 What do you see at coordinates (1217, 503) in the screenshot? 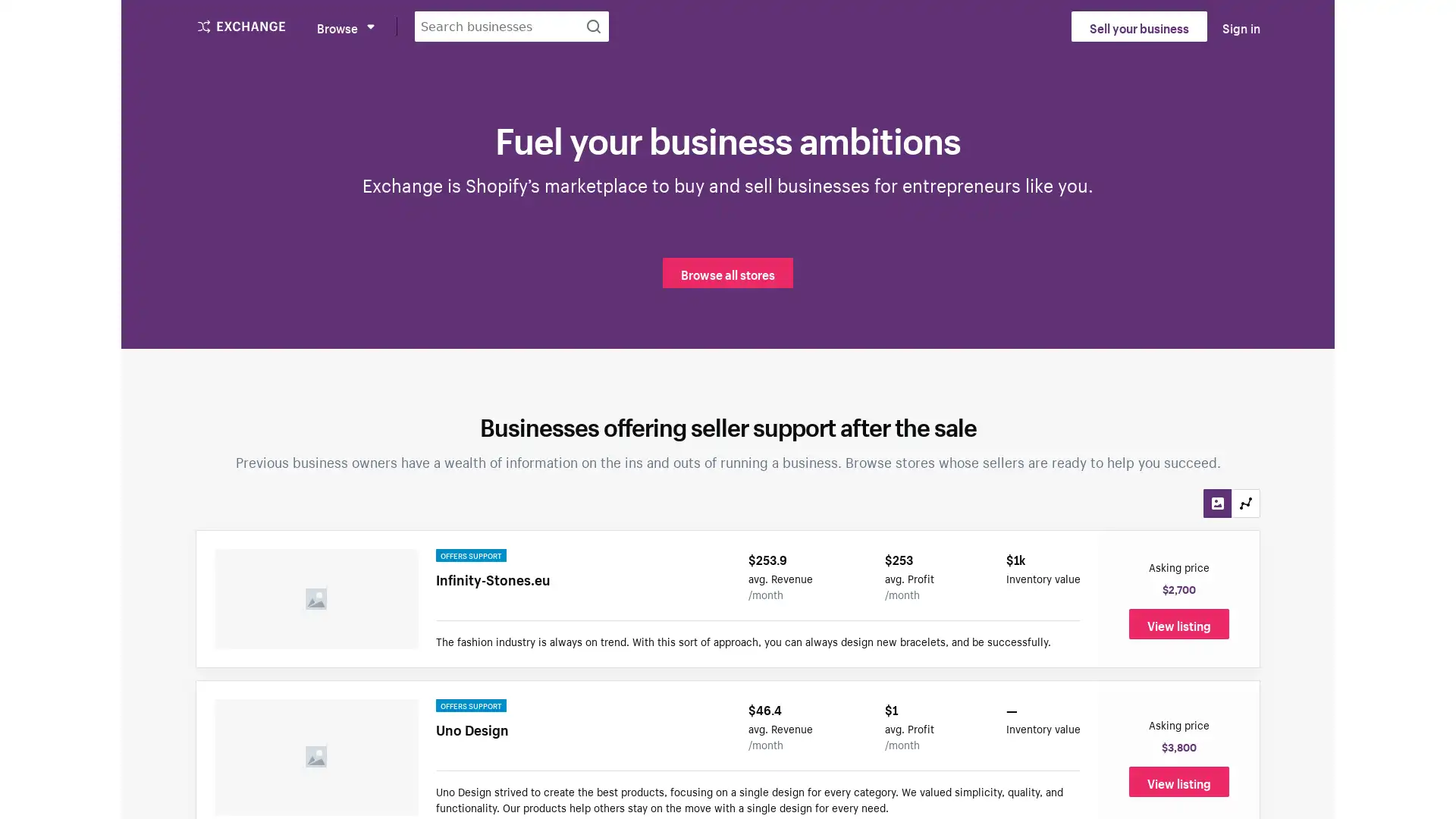
I see `toggle listing image` at bounding box center [1217, 503].